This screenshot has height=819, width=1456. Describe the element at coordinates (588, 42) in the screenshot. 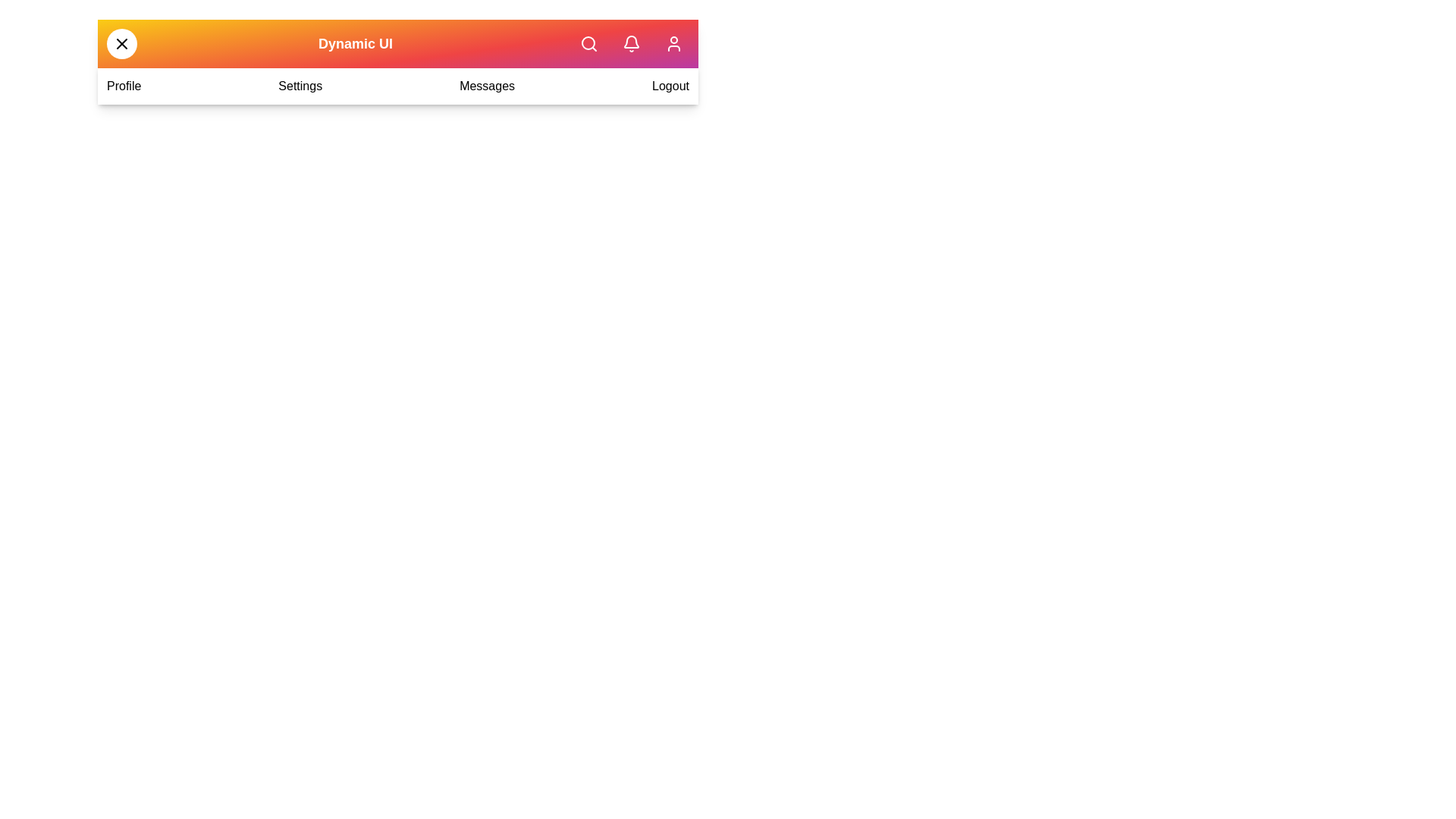

I see `the search button in the navigation bar` at that location.